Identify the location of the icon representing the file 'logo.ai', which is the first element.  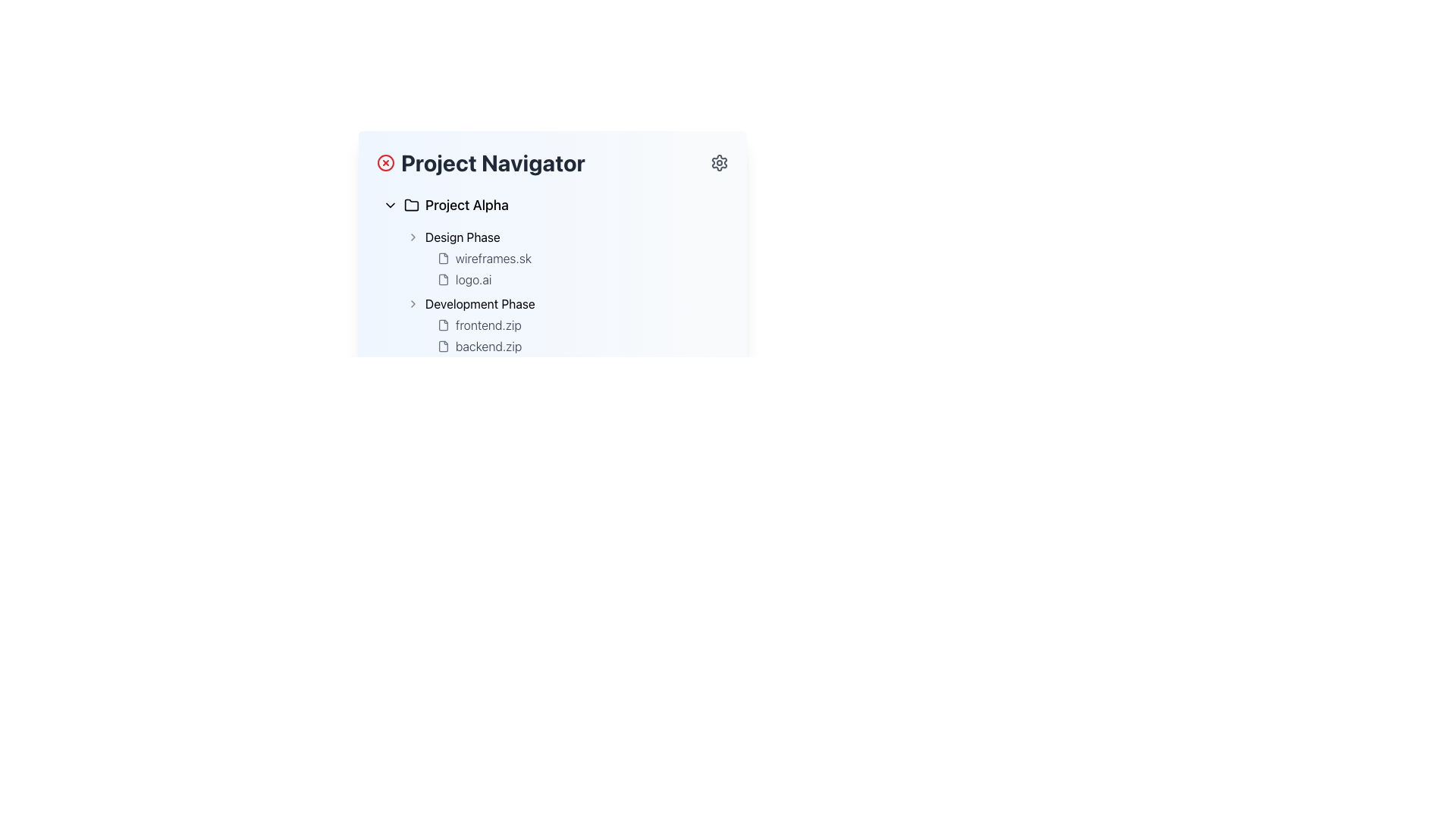
(443, 280).